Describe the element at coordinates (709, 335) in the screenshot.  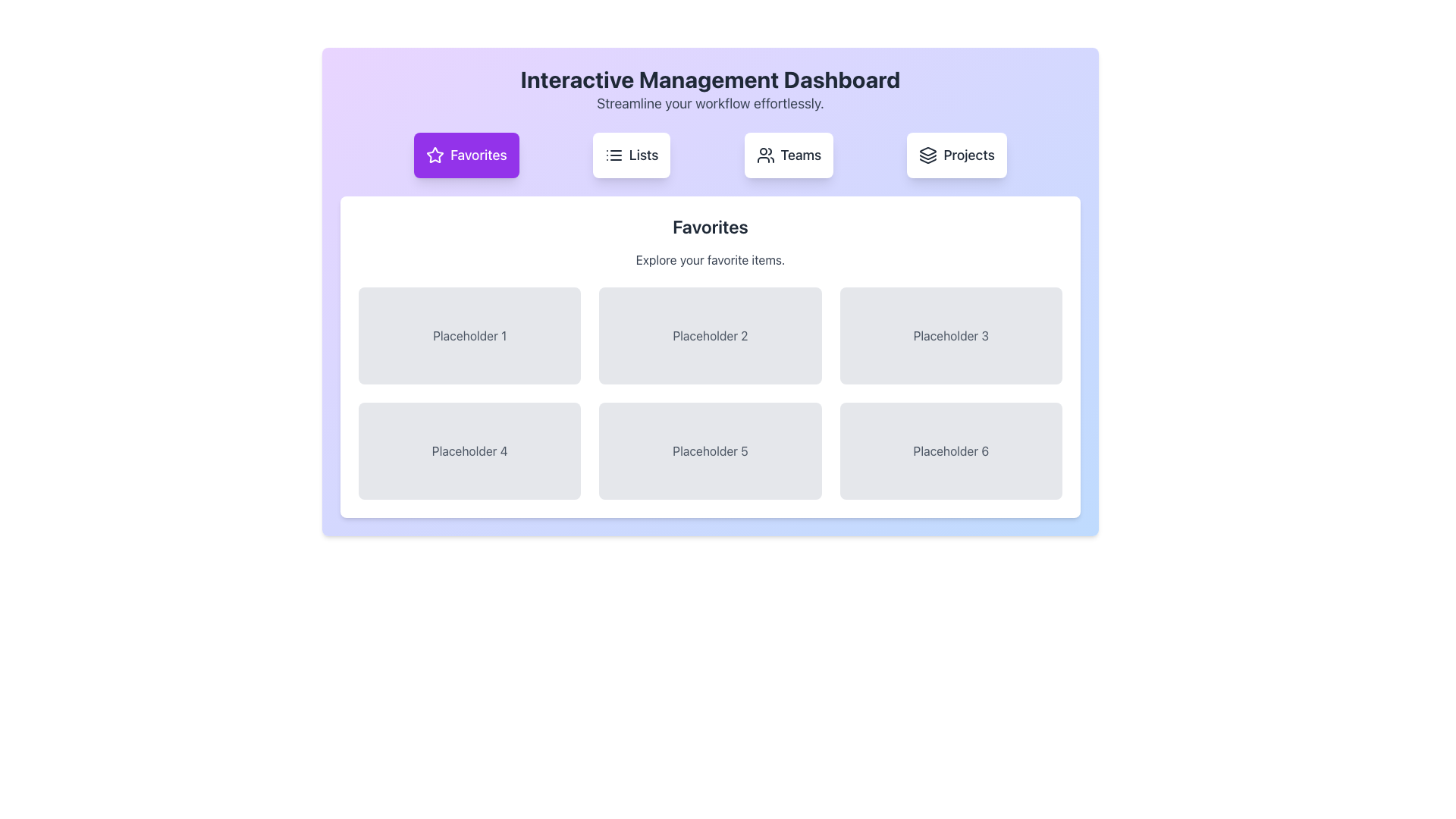
I see `text of the Text-based Placeholder Block labeled 'Placeholder 2', which is a light gray rectangular item with rounded edges` at that location.